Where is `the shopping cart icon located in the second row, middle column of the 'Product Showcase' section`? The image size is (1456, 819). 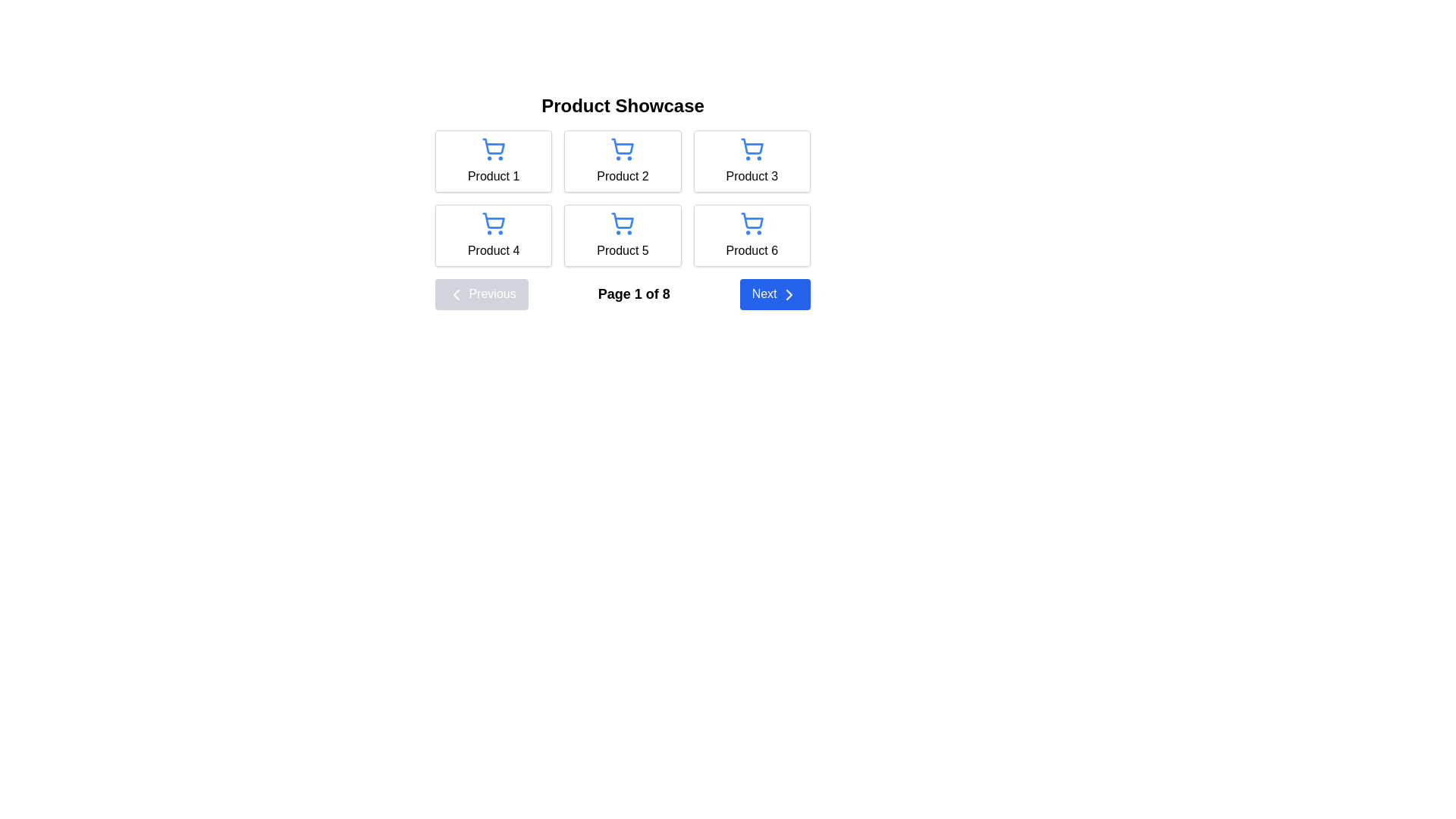 the shopping cart icon located in the second row, middle column of the 'Product Showcase' section is located at coordinates (623, 221).